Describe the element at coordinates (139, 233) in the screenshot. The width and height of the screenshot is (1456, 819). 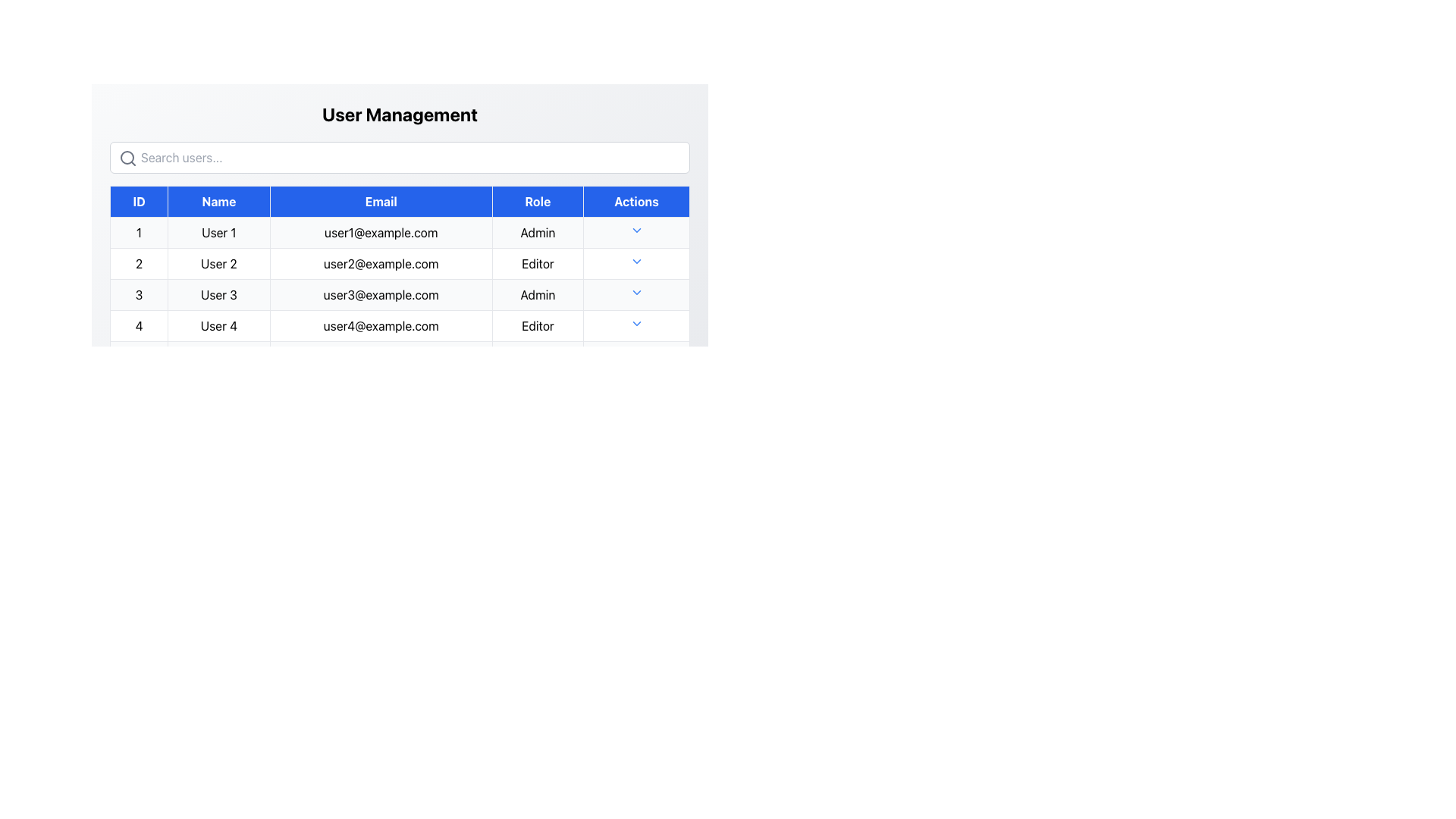
I see `the table cell containing the text '1'` at that location.